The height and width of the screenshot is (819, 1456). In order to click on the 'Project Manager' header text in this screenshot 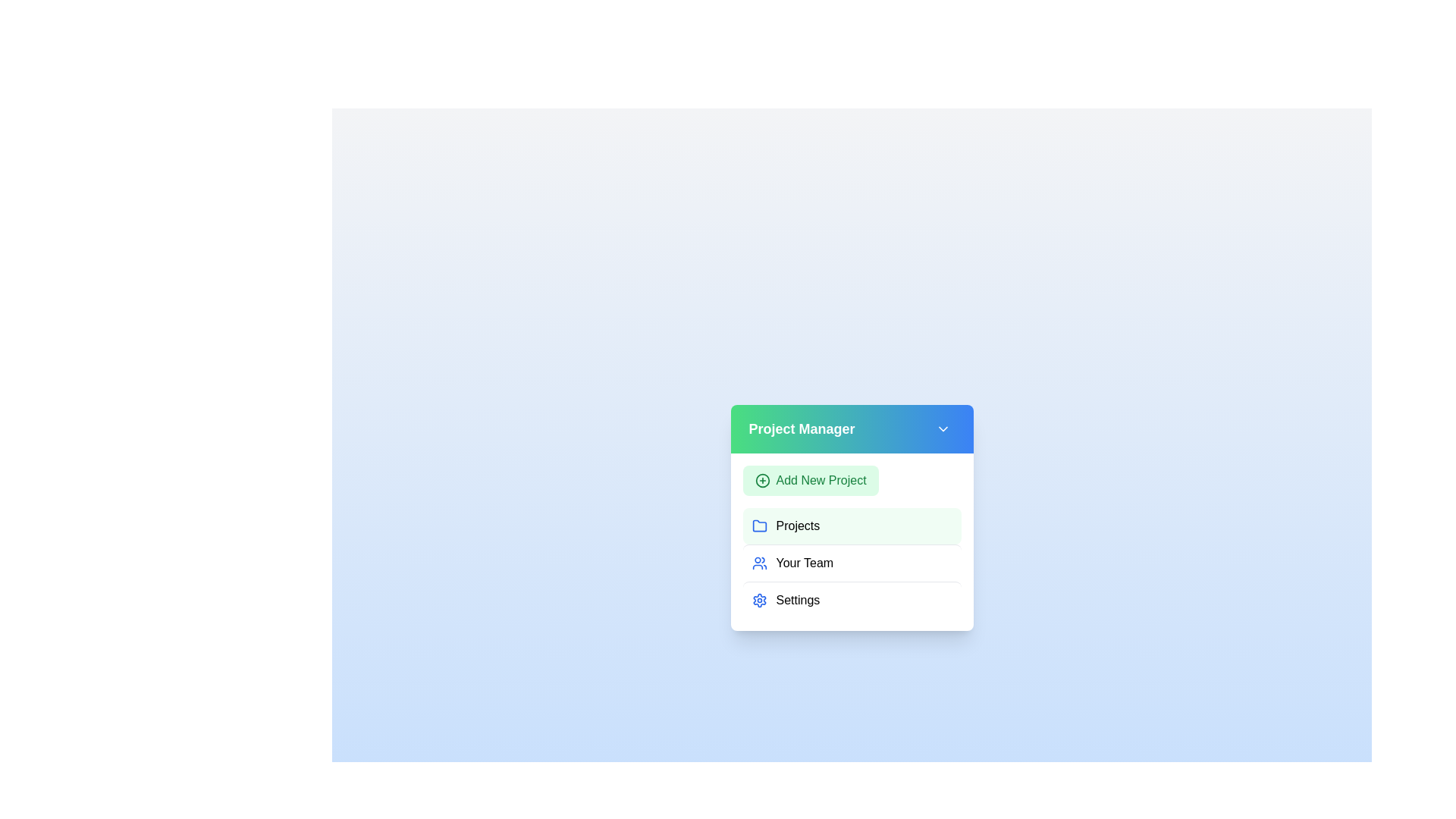, I will do `click(800, 429)`.